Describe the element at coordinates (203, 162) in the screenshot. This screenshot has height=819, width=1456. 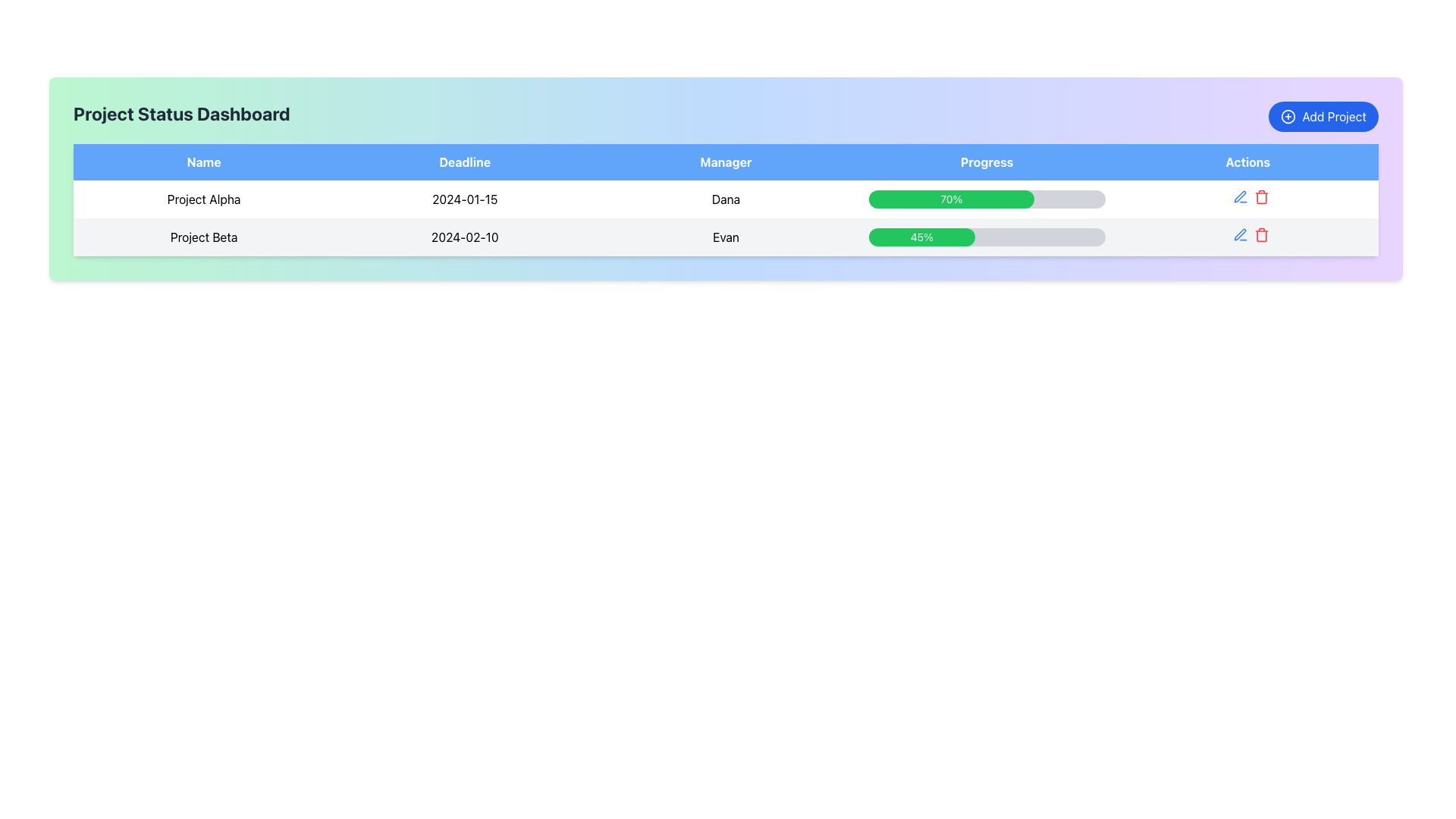
I see `the 'Name' column header cell in the table, which is the first header in a row of five, indicating the data corresponds to names` at that location.